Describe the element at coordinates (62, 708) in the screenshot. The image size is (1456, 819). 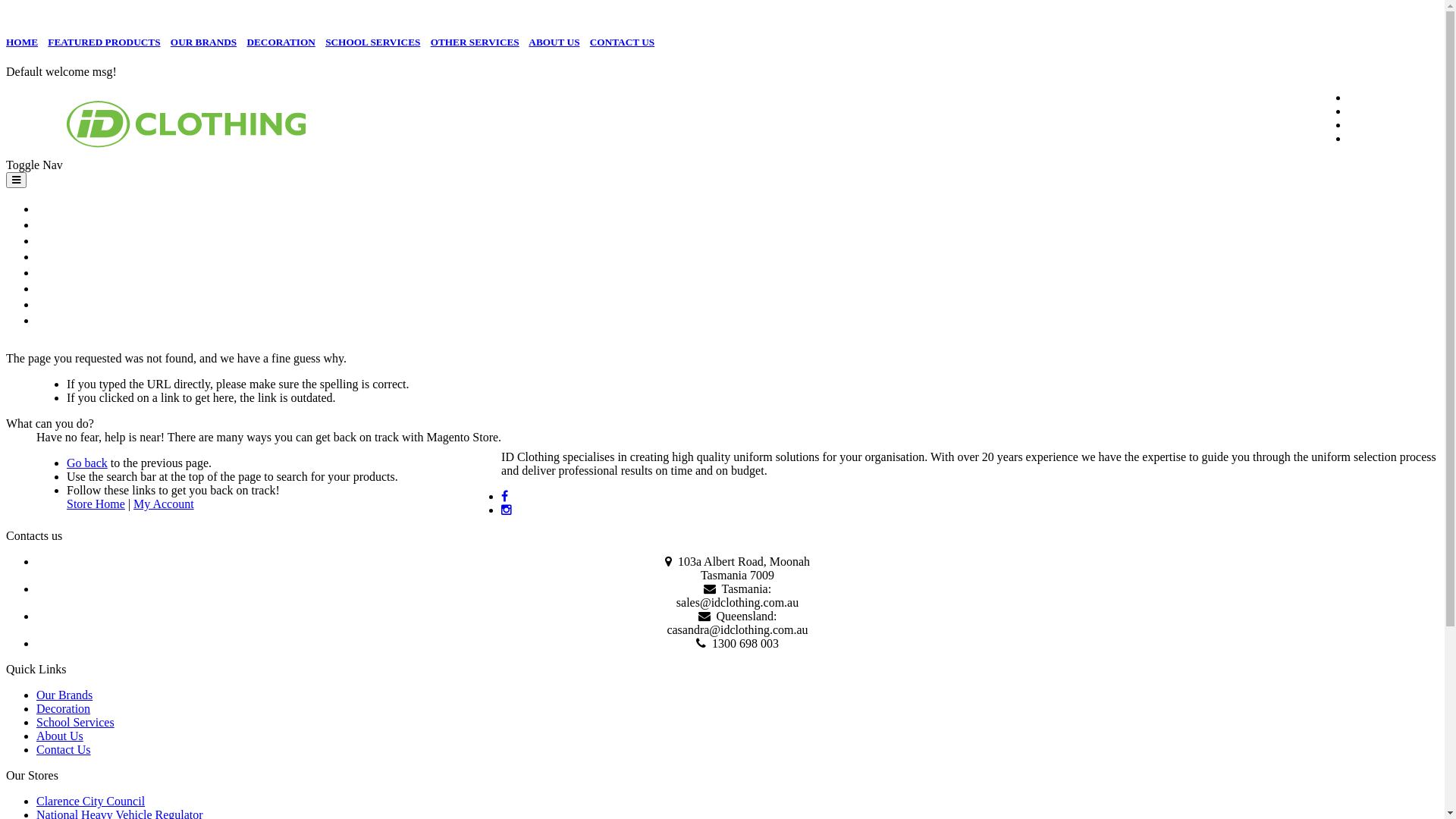
I see `'Decoration'` at that location.